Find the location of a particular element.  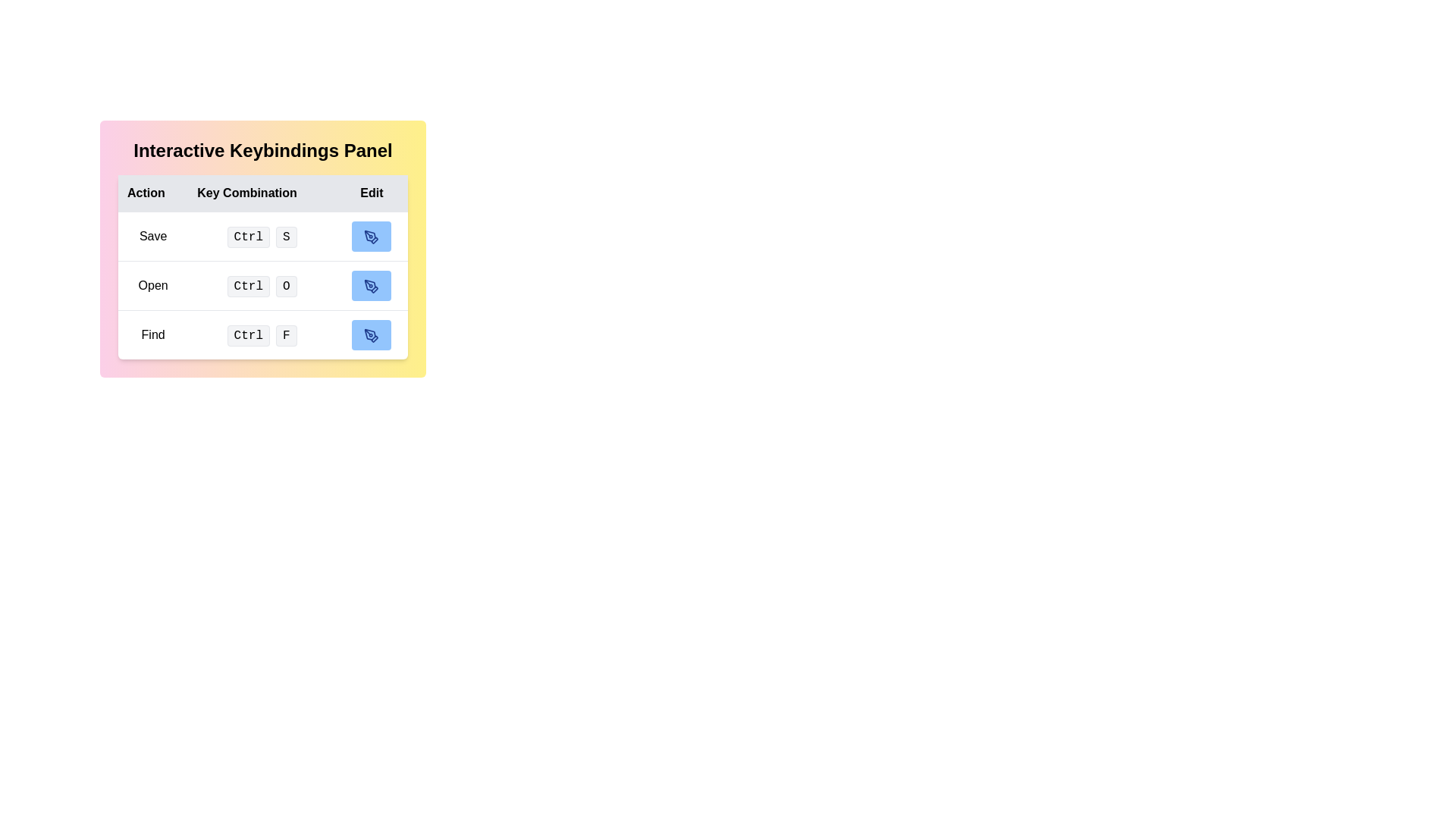

information displayed for the 'Find' action and its shortcut keys 'Ctrl' and 'F' in the third row of the Interactive Keybindings Panel is located at coordinates (262, 333).